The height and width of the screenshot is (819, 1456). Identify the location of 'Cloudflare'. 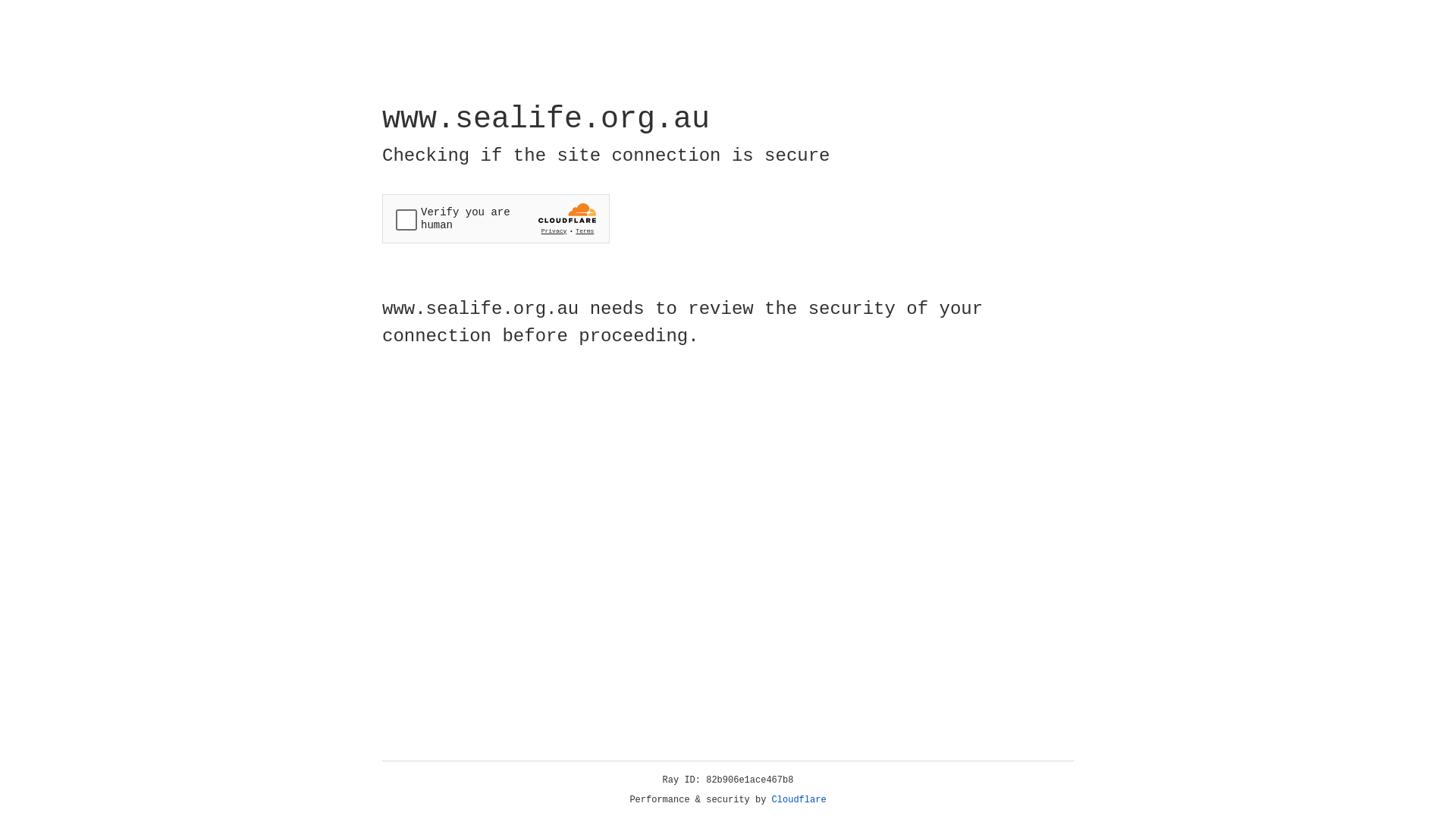
(799, 799).